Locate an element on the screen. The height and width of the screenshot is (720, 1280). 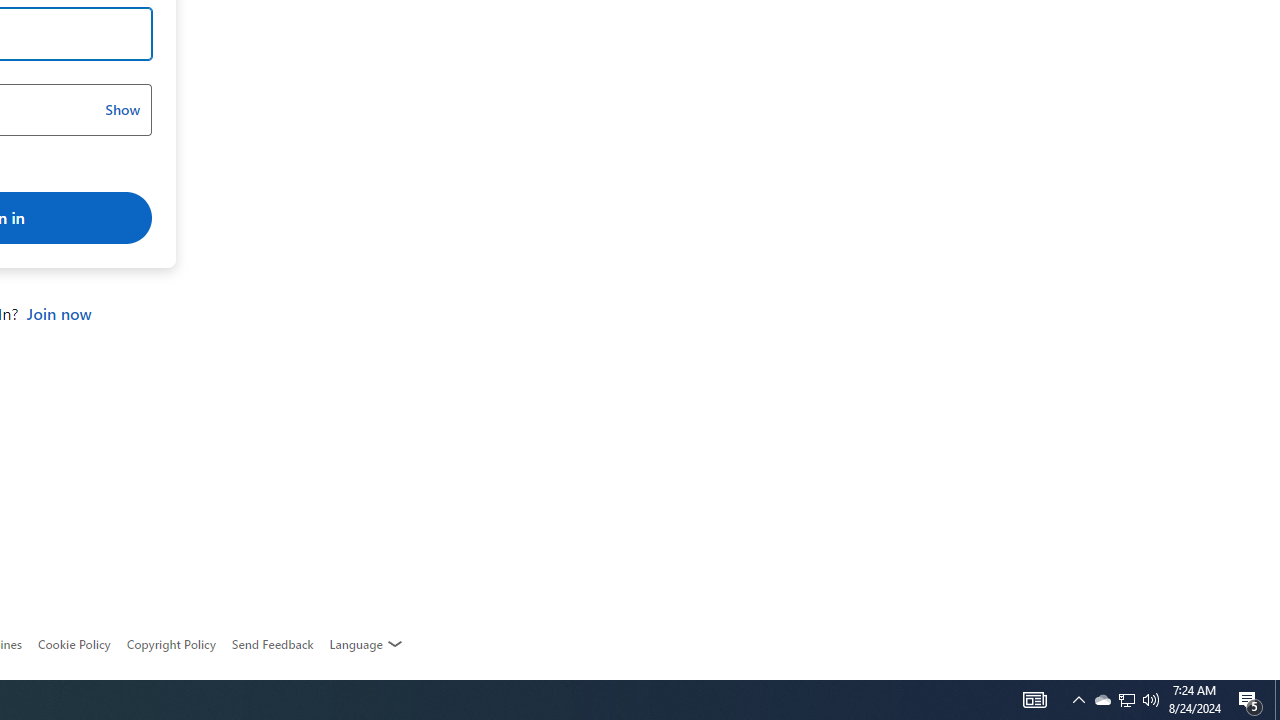
'Join now' is located at coordinates (58, 314).